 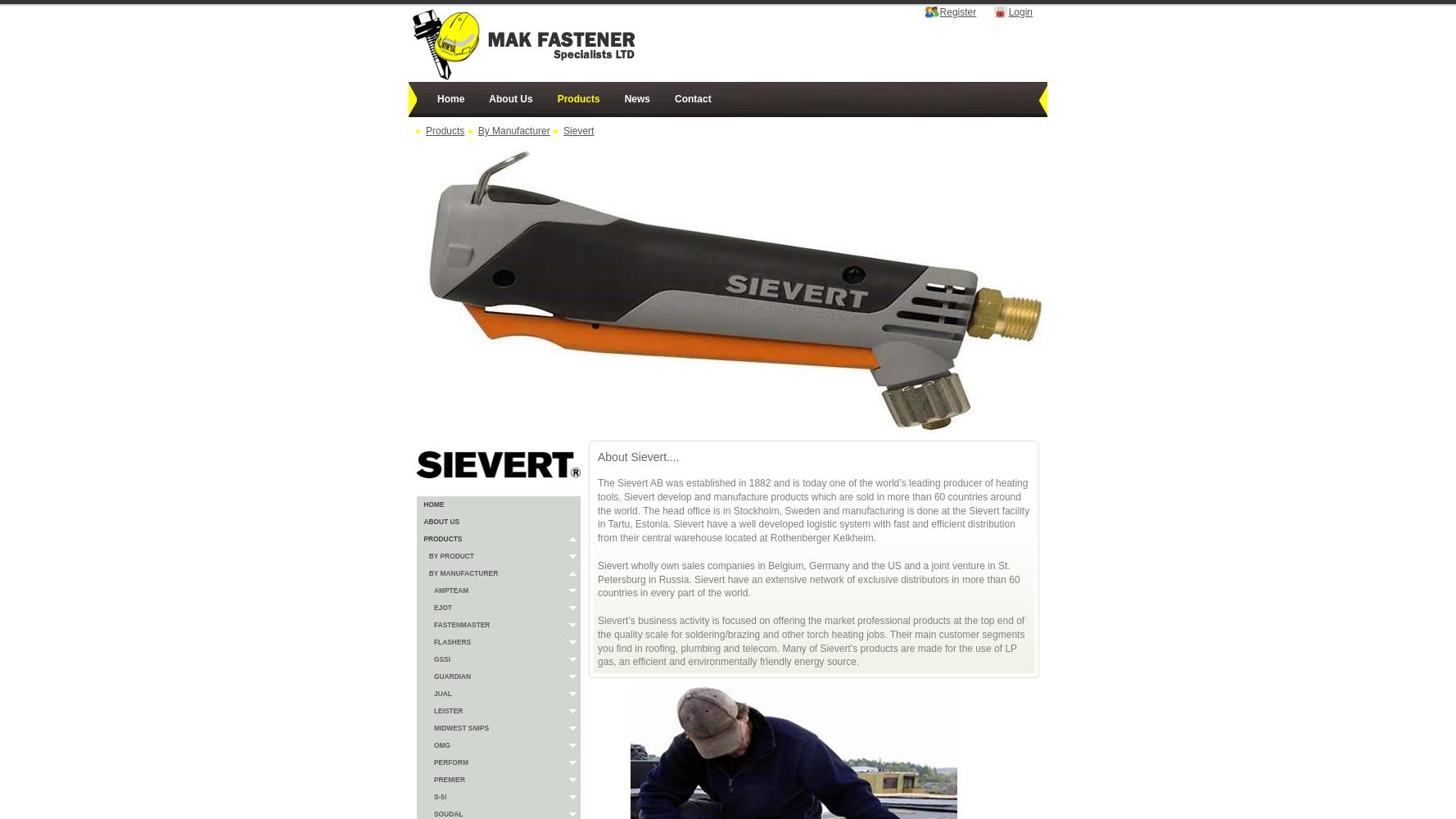 I want to click on 'Sievert', so click(x=577, y=131).